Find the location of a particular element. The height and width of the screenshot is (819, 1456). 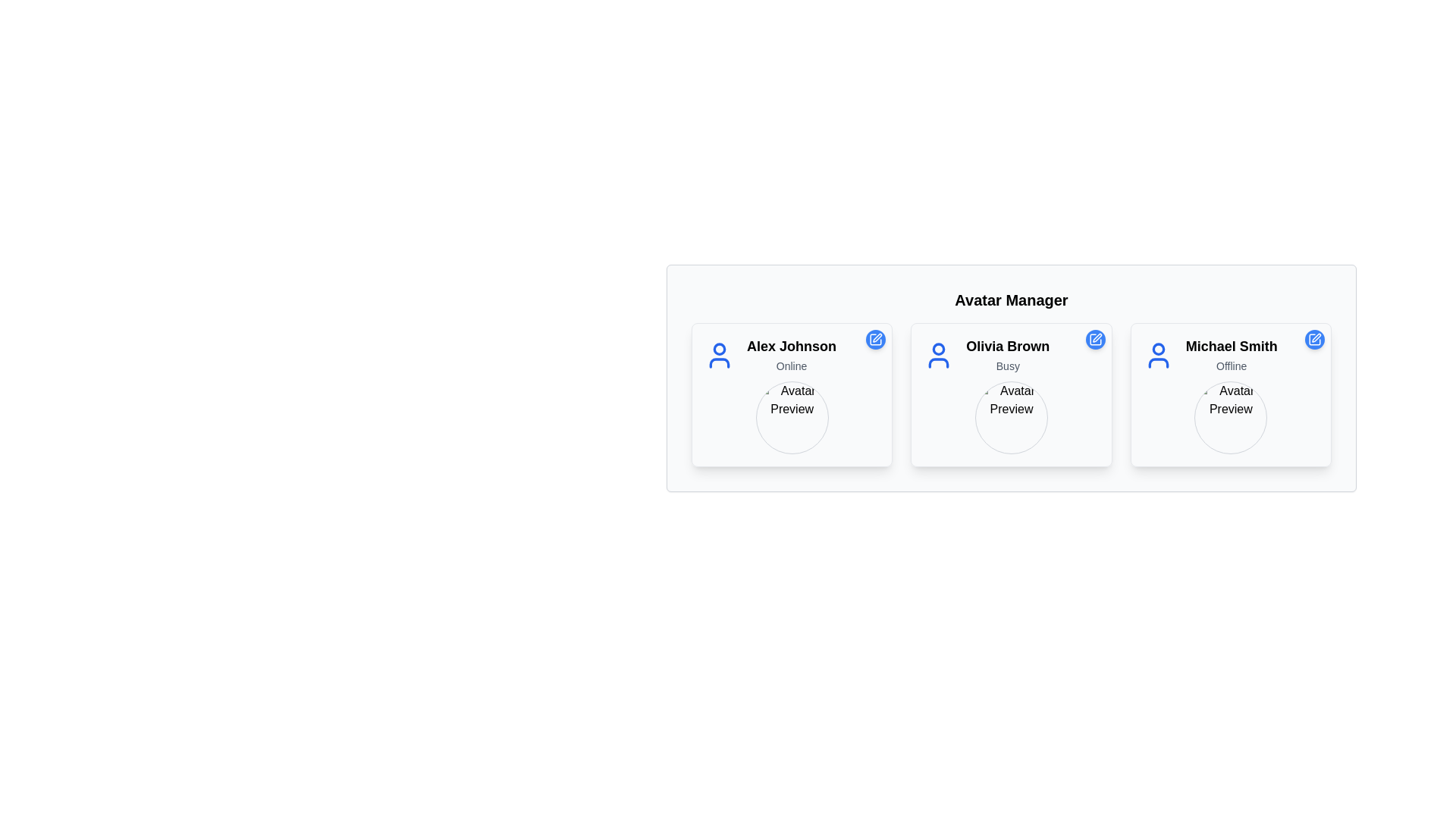

the circular part of the user profile icon representing 'Olivia Brown' at the top center of the profile card is located at coordinates (938, 349).